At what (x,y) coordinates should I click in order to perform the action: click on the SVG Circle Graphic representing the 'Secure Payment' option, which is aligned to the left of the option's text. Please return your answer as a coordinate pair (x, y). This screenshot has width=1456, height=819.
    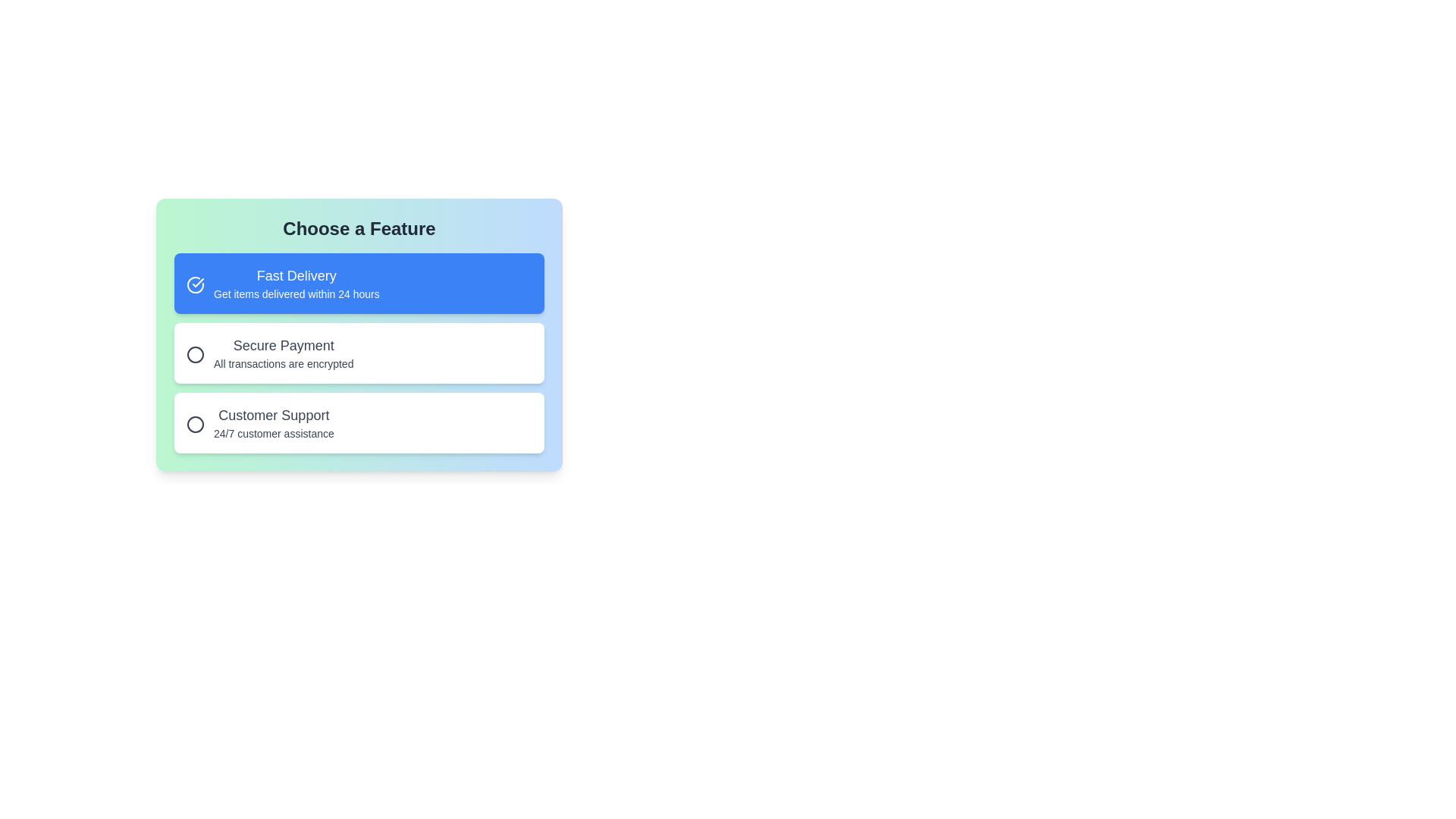
    Looking at the image, I should click on (195, 354).